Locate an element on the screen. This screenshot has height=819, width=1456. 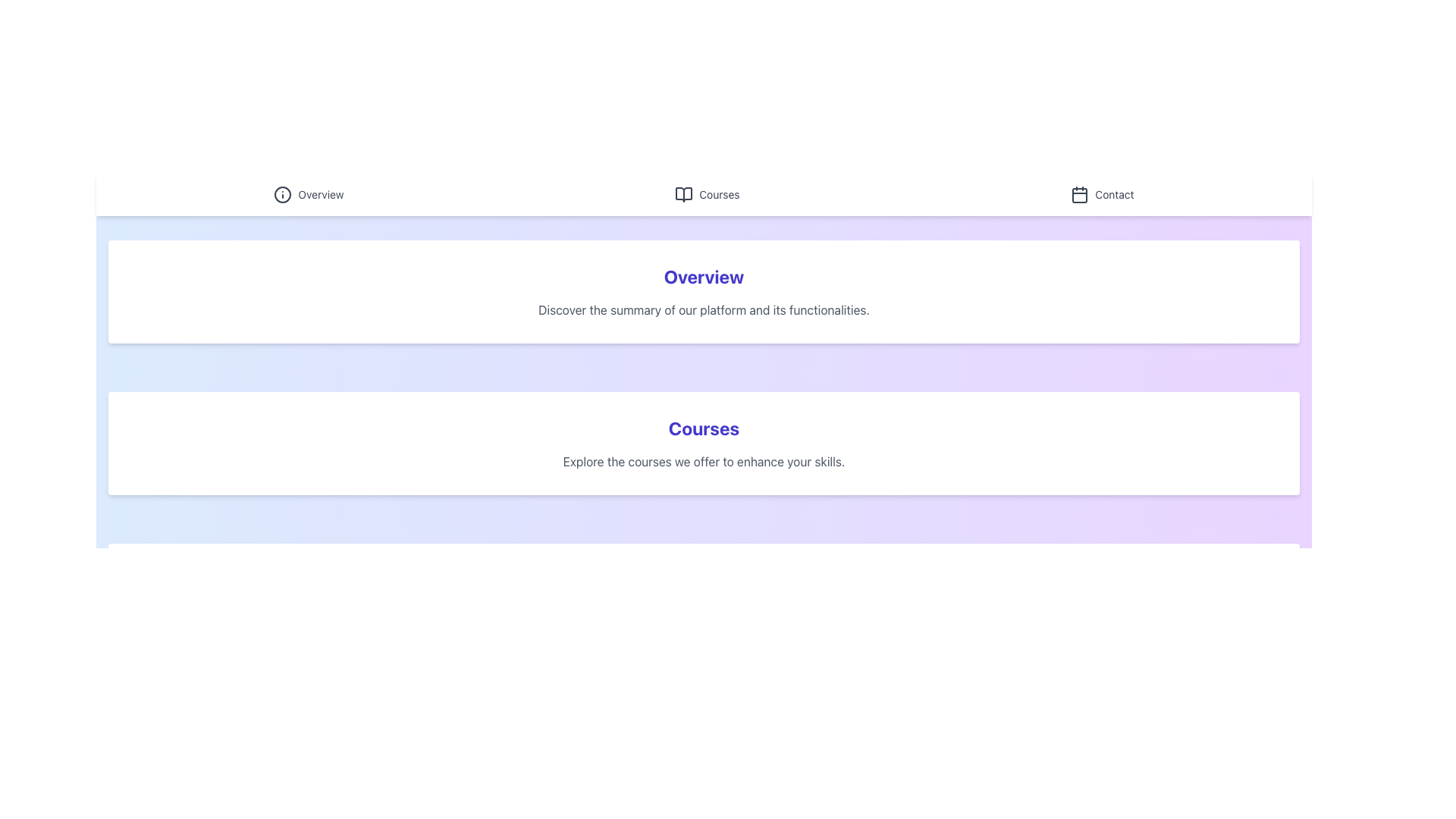
the open book icon located in the navigation bar, which is visually represented by black outlines on a transparent background, positioned to the left of the 'Courses' text is located at coordinates (683, 194).